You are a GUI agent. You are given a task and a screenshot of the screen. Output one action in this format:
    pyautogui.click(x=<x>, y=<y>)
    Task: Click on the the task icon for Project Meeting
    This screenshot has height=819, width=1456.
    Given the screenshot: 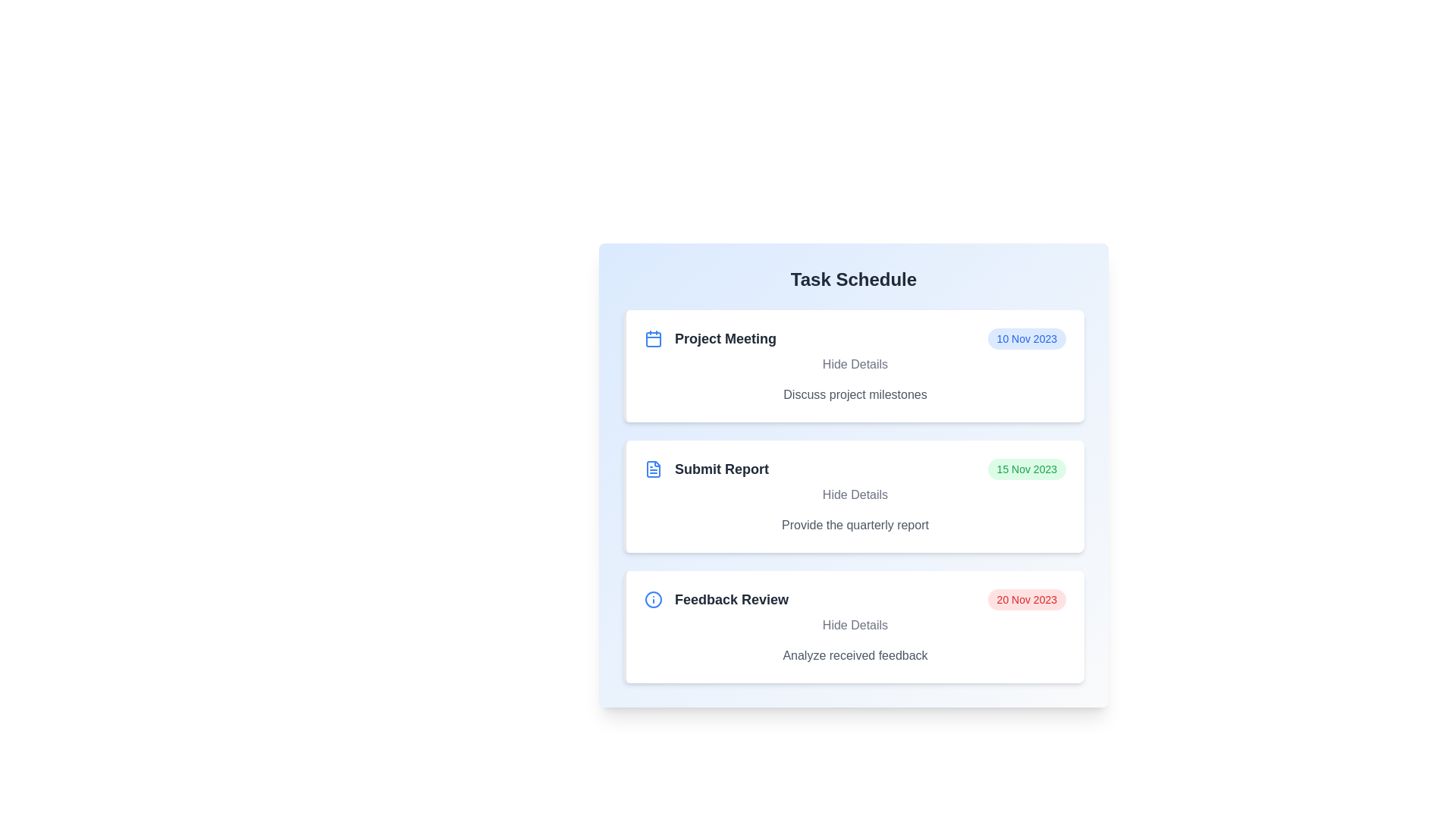 What is the action you would take?
    pyautogui.click(x=654, y=338)
    